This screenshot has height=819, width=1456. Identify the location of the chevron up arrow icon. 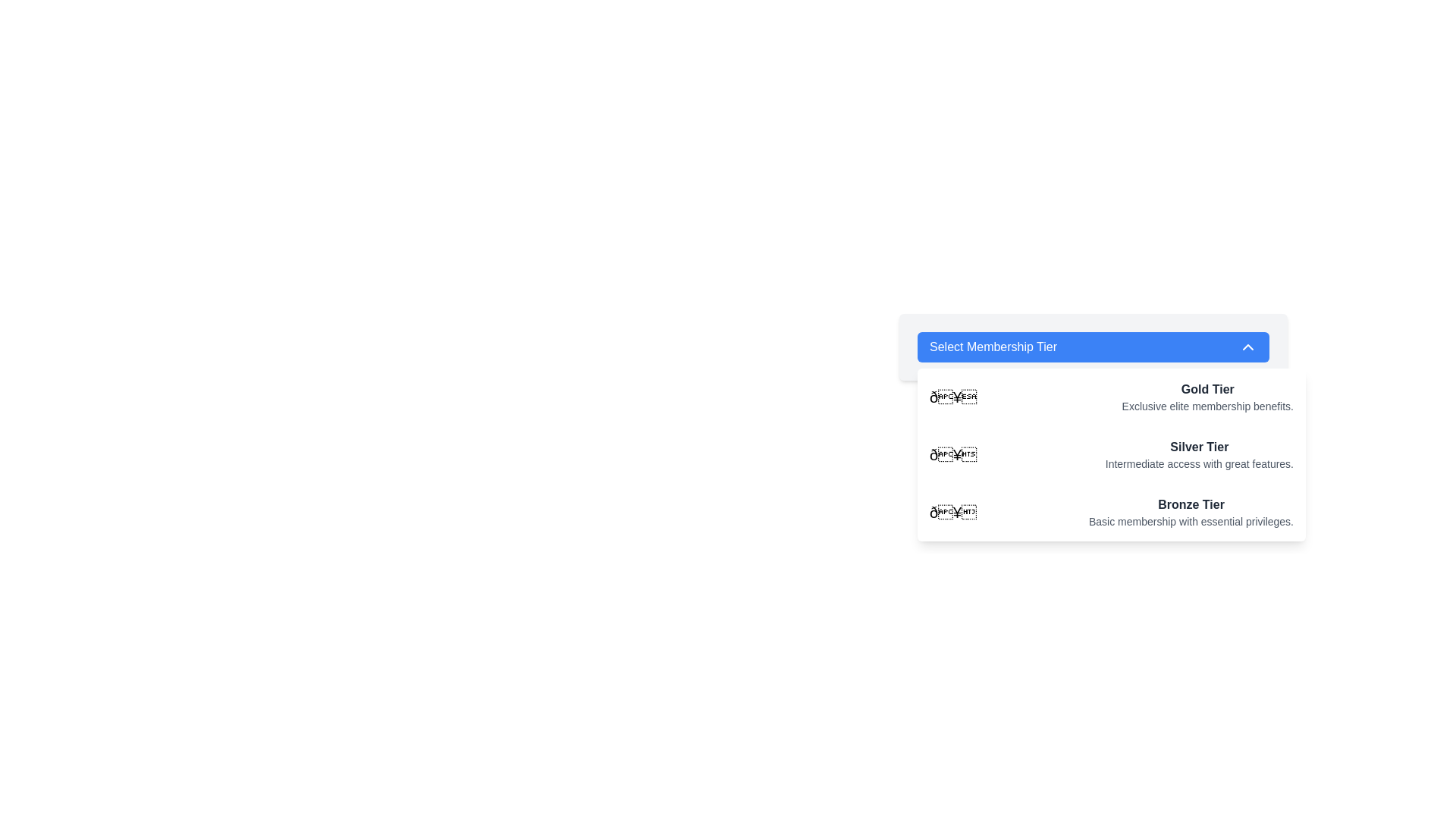
(1248, 347).